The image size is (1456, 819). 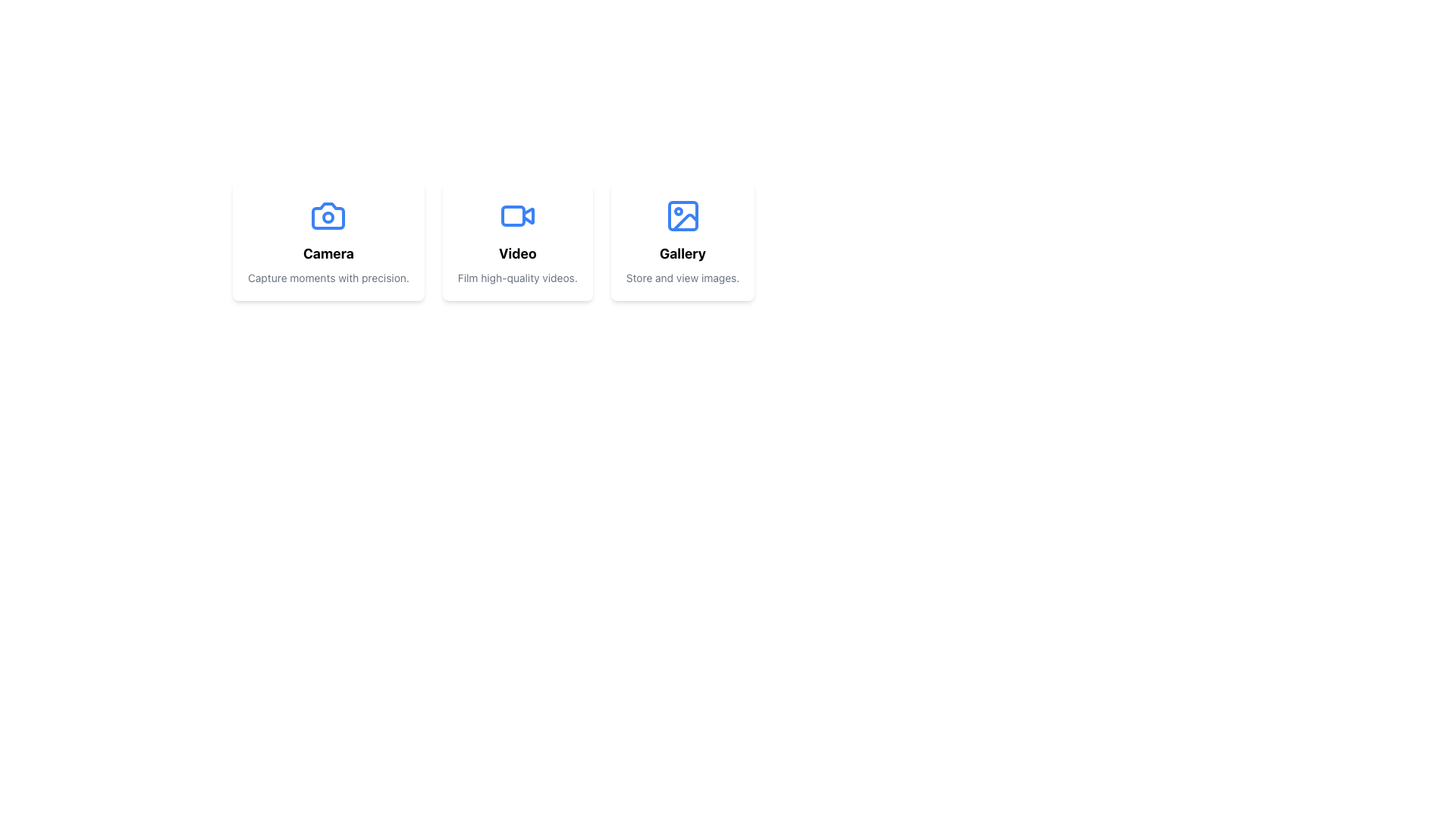 I want to click on the textual label that reads 'Capture moments with precision.' which is styled with a small font size and gray color, located within a white card labeled 'Camera', so click(x=328, y=278).